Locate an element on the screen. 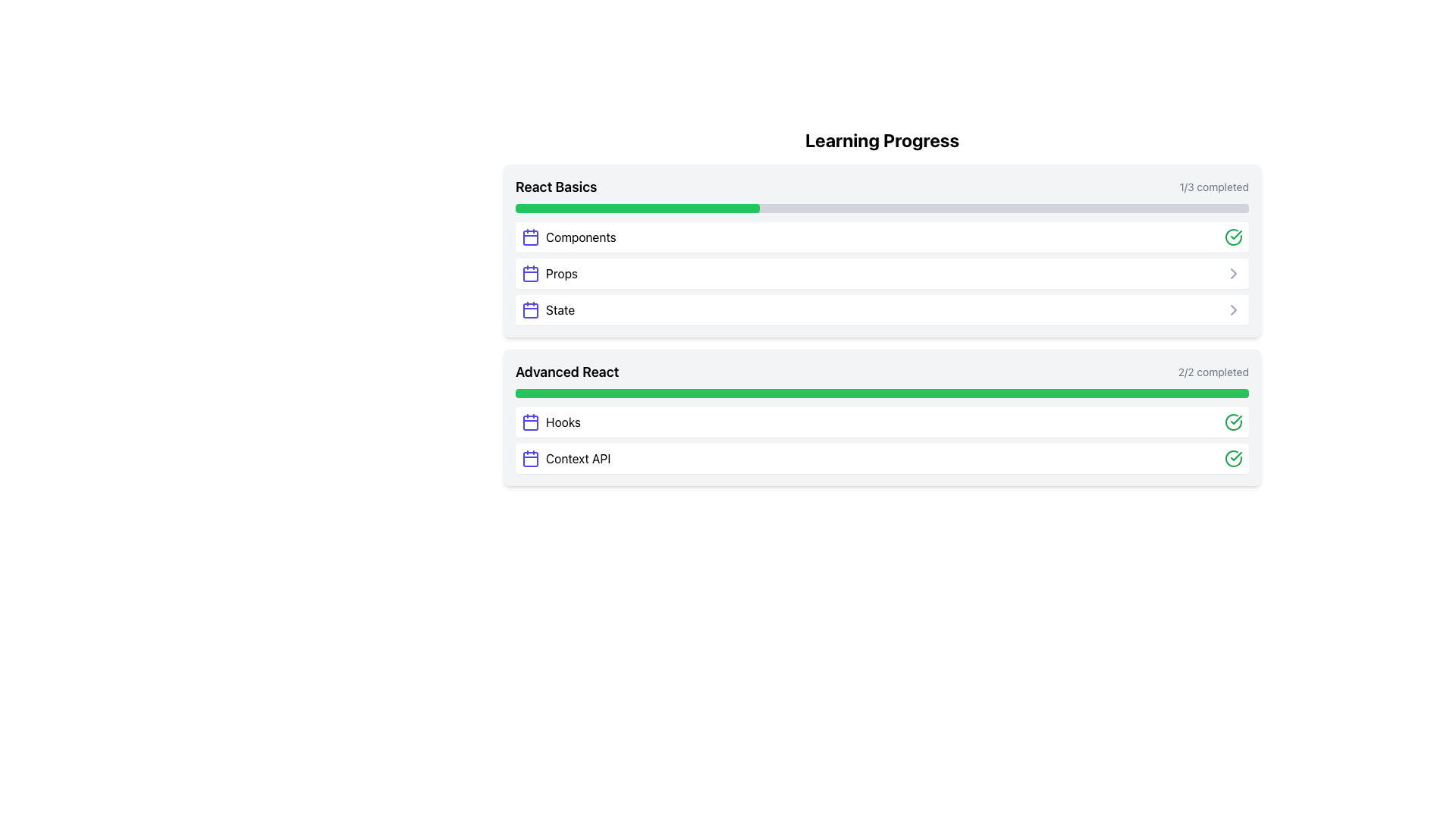 This screenshot has width=1456, height=819. the 'Components' title in the navigation section is located at coordinates (568, 237).